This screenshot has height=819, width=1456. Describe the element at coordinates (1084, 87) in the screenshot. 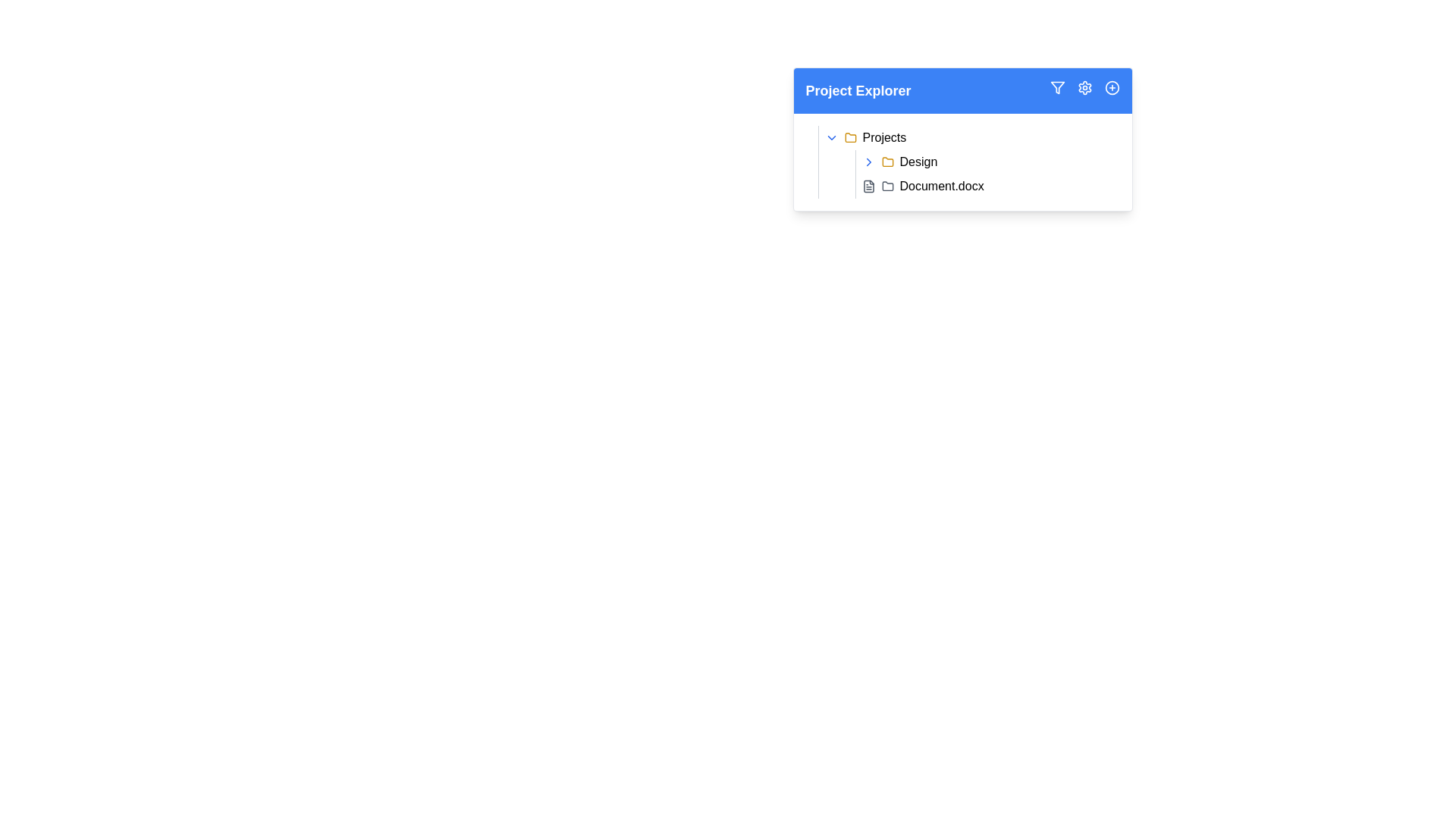

I see `the gear-shaped icon representing application settings located in the upper right corner of the blue 'Project Explorer' title bar` at that location.